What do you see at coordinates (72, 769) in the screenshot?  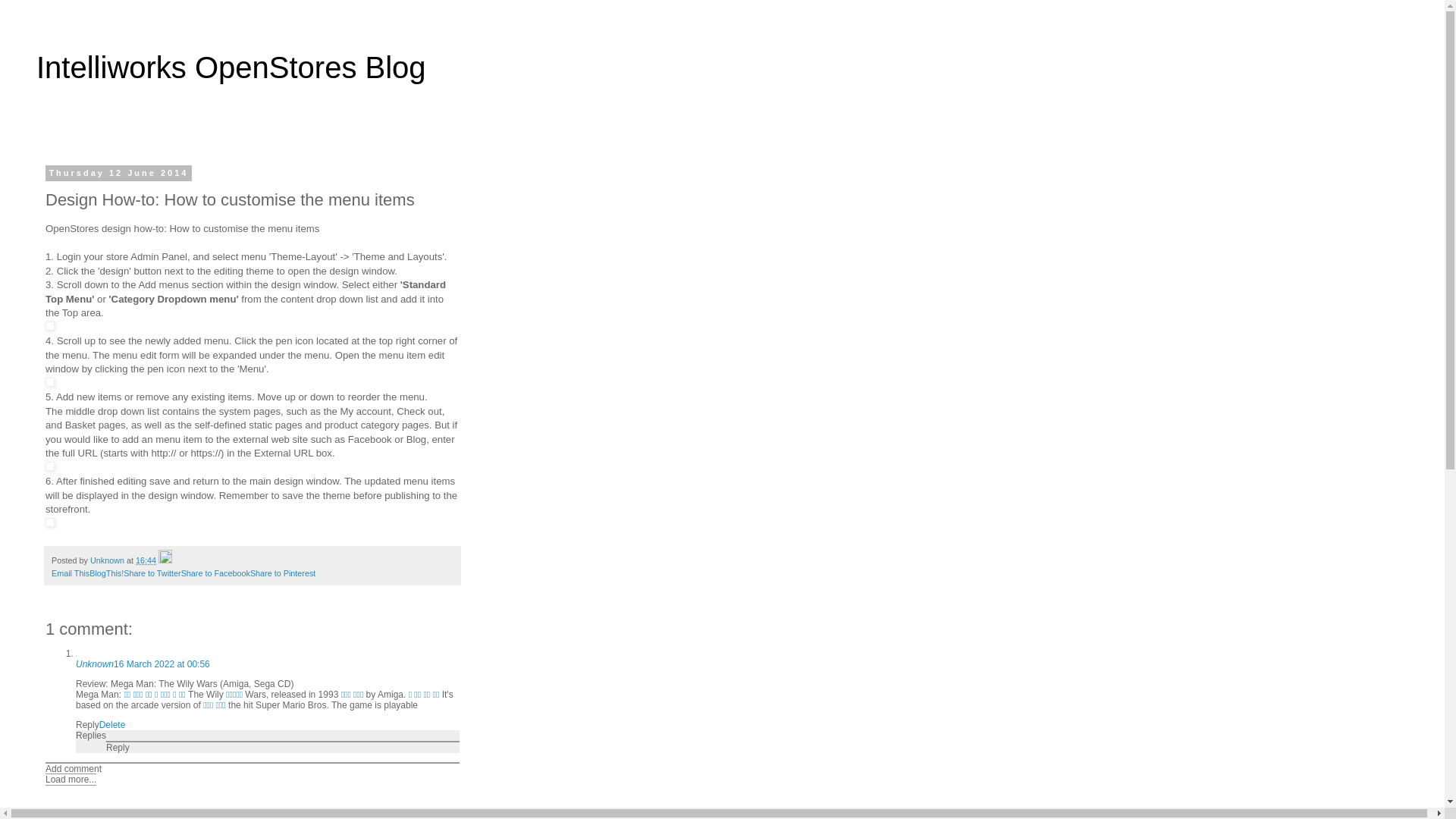 I see `'Add comment'` at bounding box center [72, 769].